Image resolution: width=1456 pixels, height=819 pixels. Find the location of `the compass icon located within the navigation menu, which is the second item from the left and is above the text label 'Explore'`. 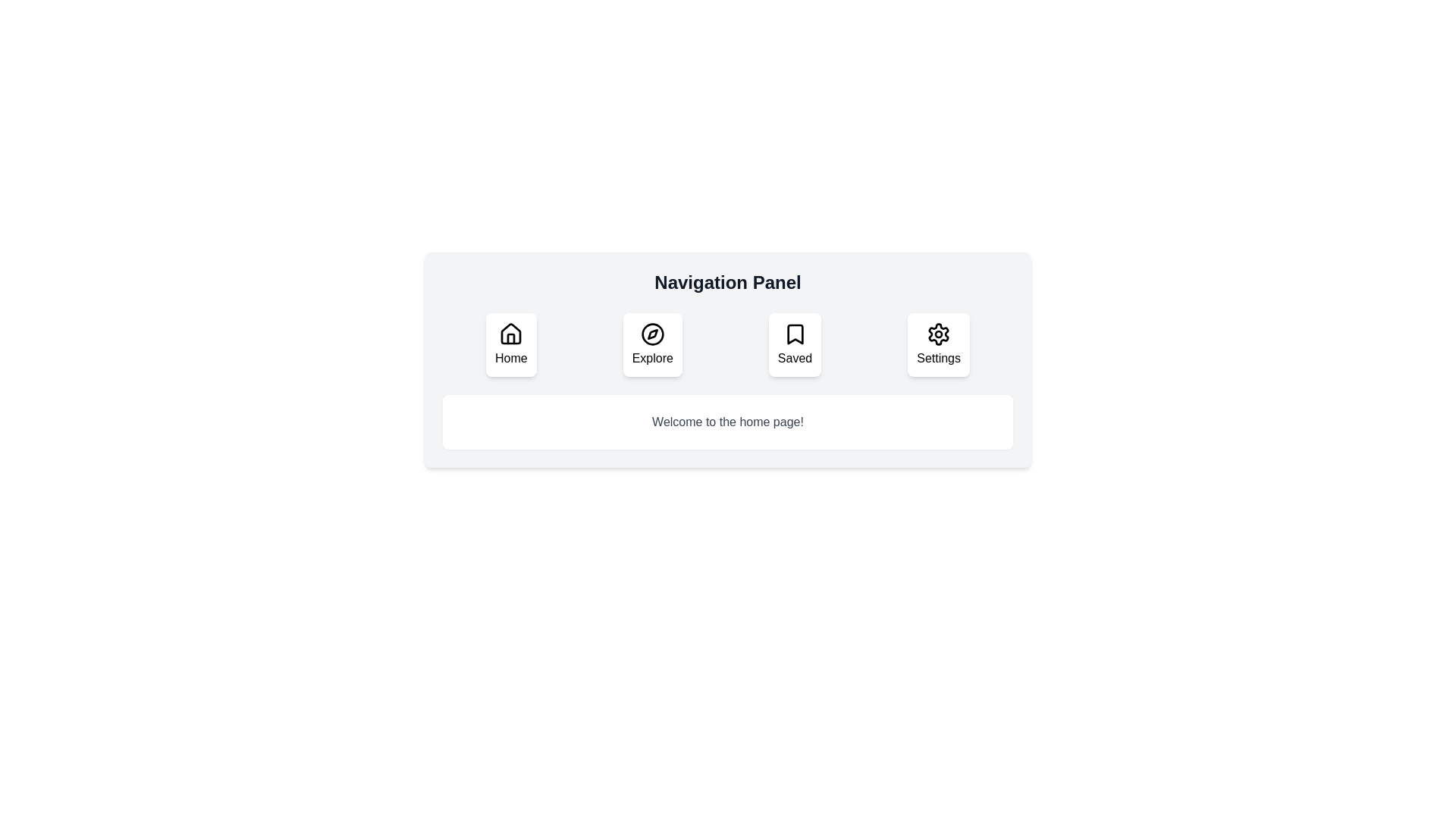

the compass icon located within the navigation menu, which is the second item from the left and is above the text label 'Explore' is located at coordinates (652, 333).